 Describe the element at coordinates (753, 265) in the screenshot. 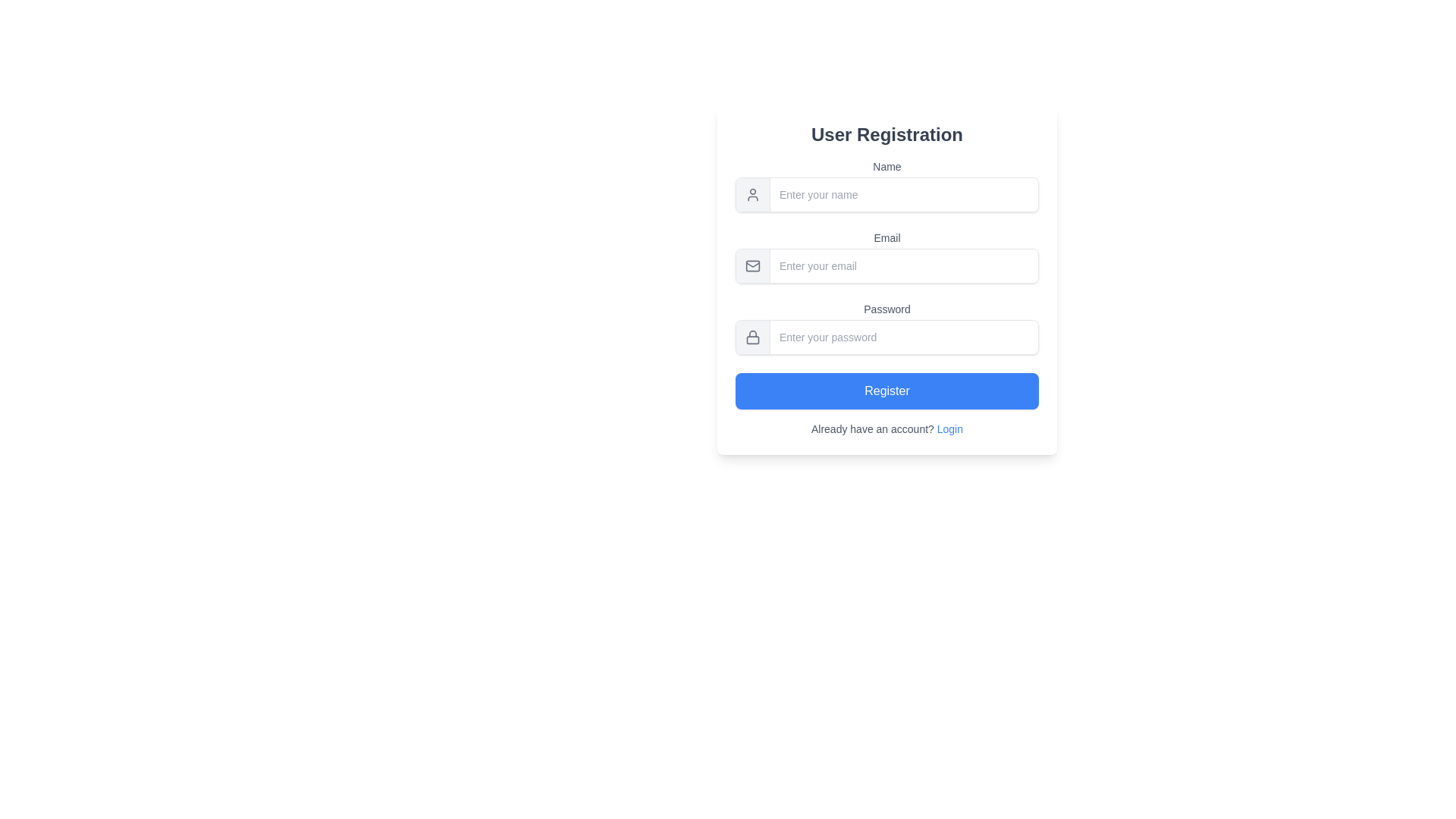

I see `the envelope icon located to the left of the 'Enter your email' text input field in the user registration form` at that location.